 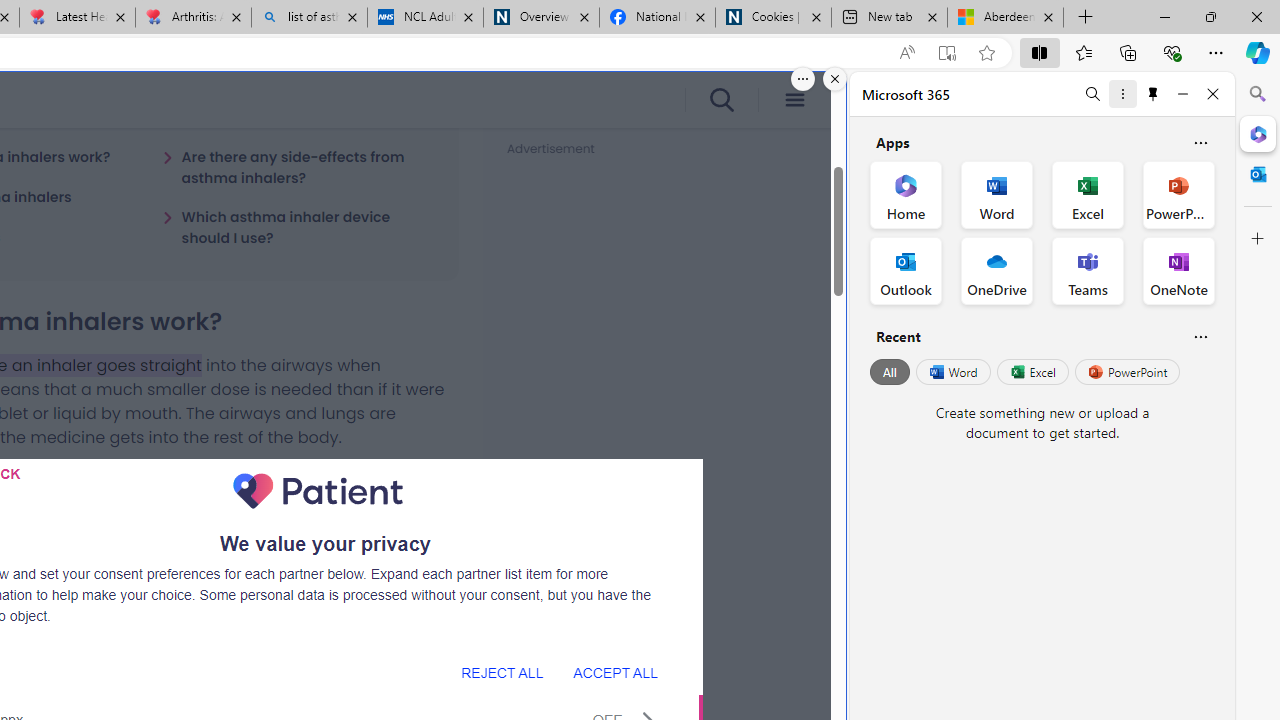 I want to click on 'Close split screen.', so click(x=835, y=78).